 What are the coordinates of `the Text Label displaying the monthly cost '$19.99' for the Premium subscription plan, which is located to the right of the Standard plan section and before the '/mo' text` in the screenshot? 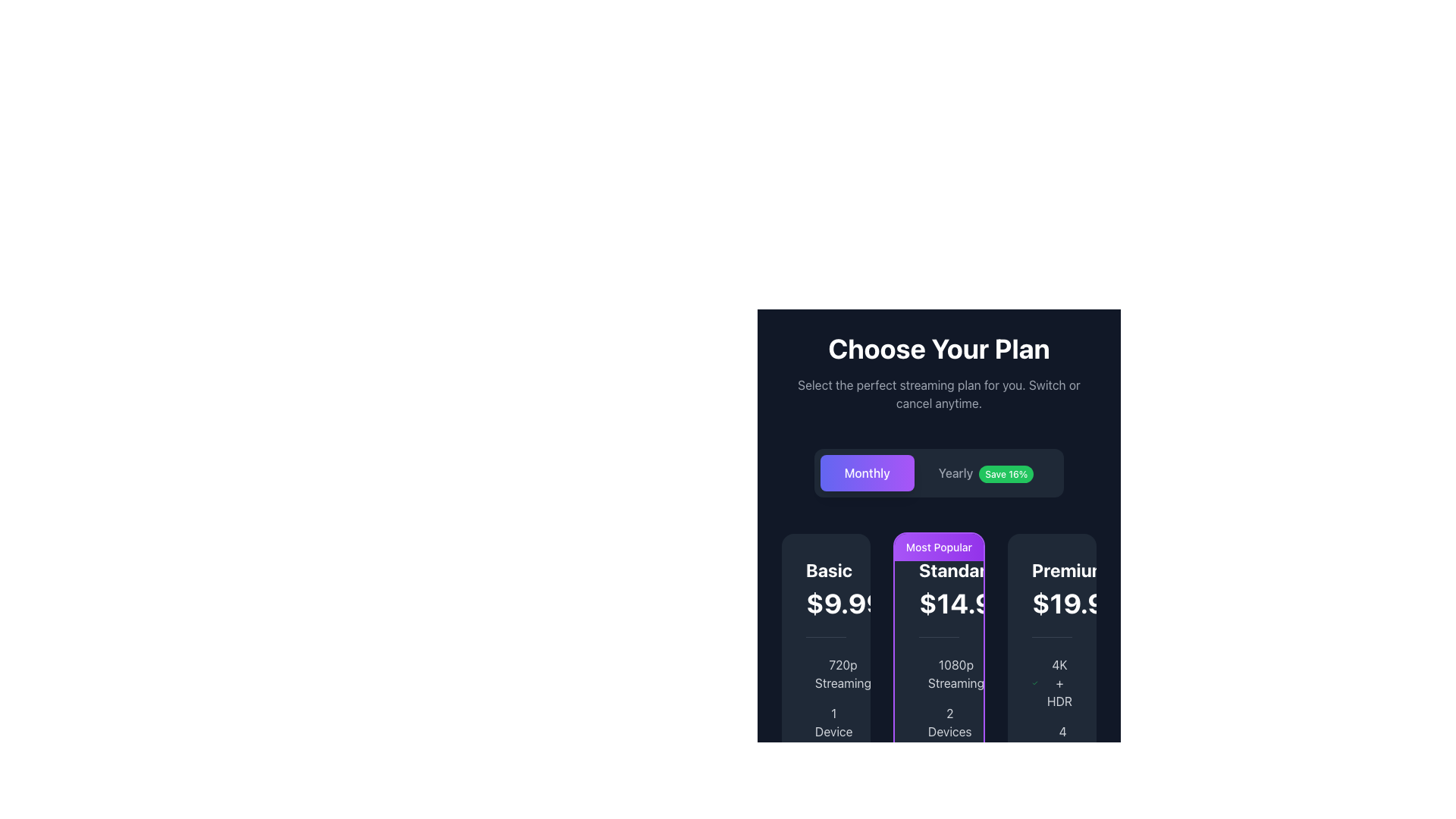 It's located at (1077, 602).